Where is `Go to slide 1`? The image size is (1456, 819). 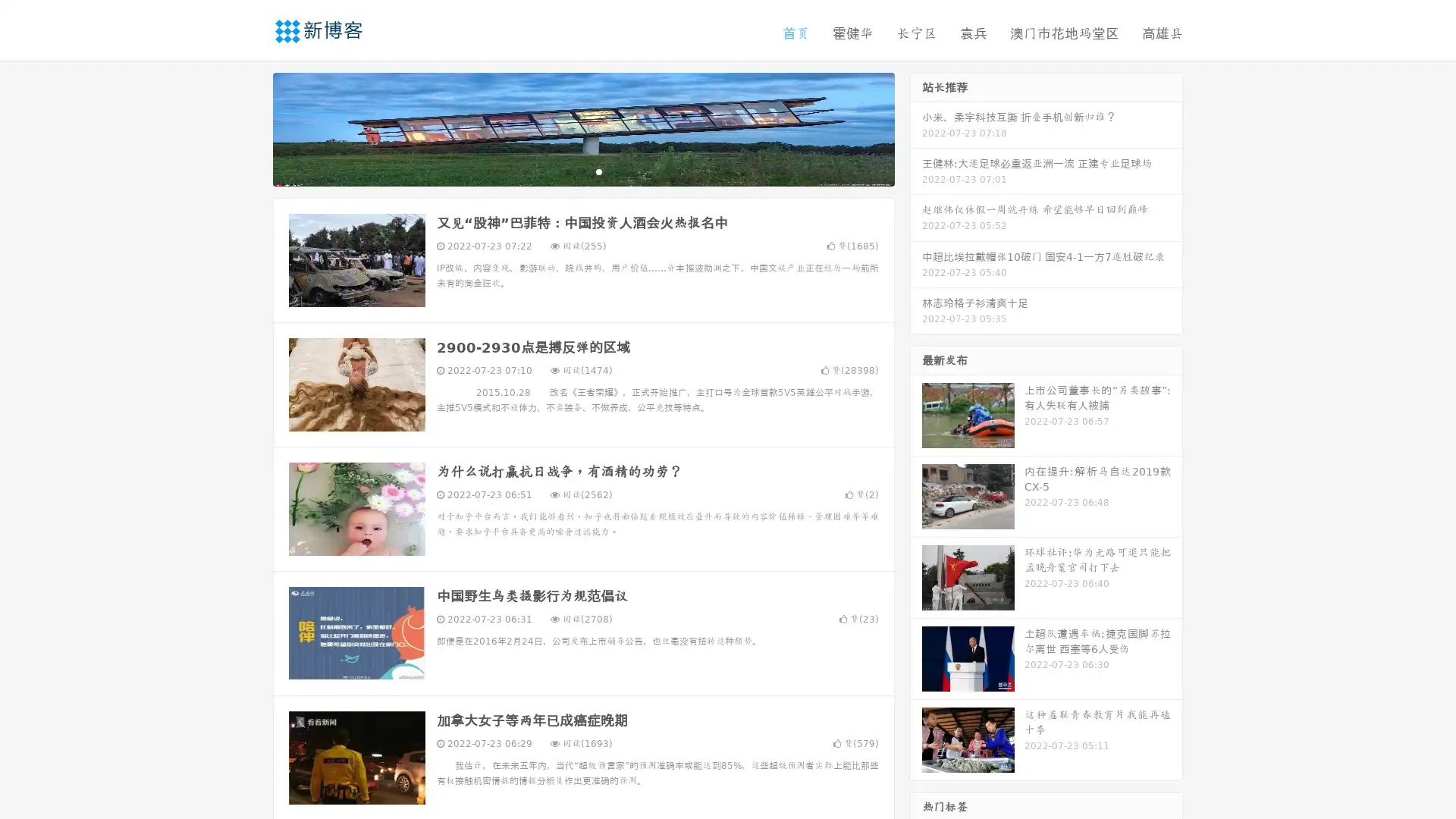 Go to slide 1 is located at coordinates (567, 171).